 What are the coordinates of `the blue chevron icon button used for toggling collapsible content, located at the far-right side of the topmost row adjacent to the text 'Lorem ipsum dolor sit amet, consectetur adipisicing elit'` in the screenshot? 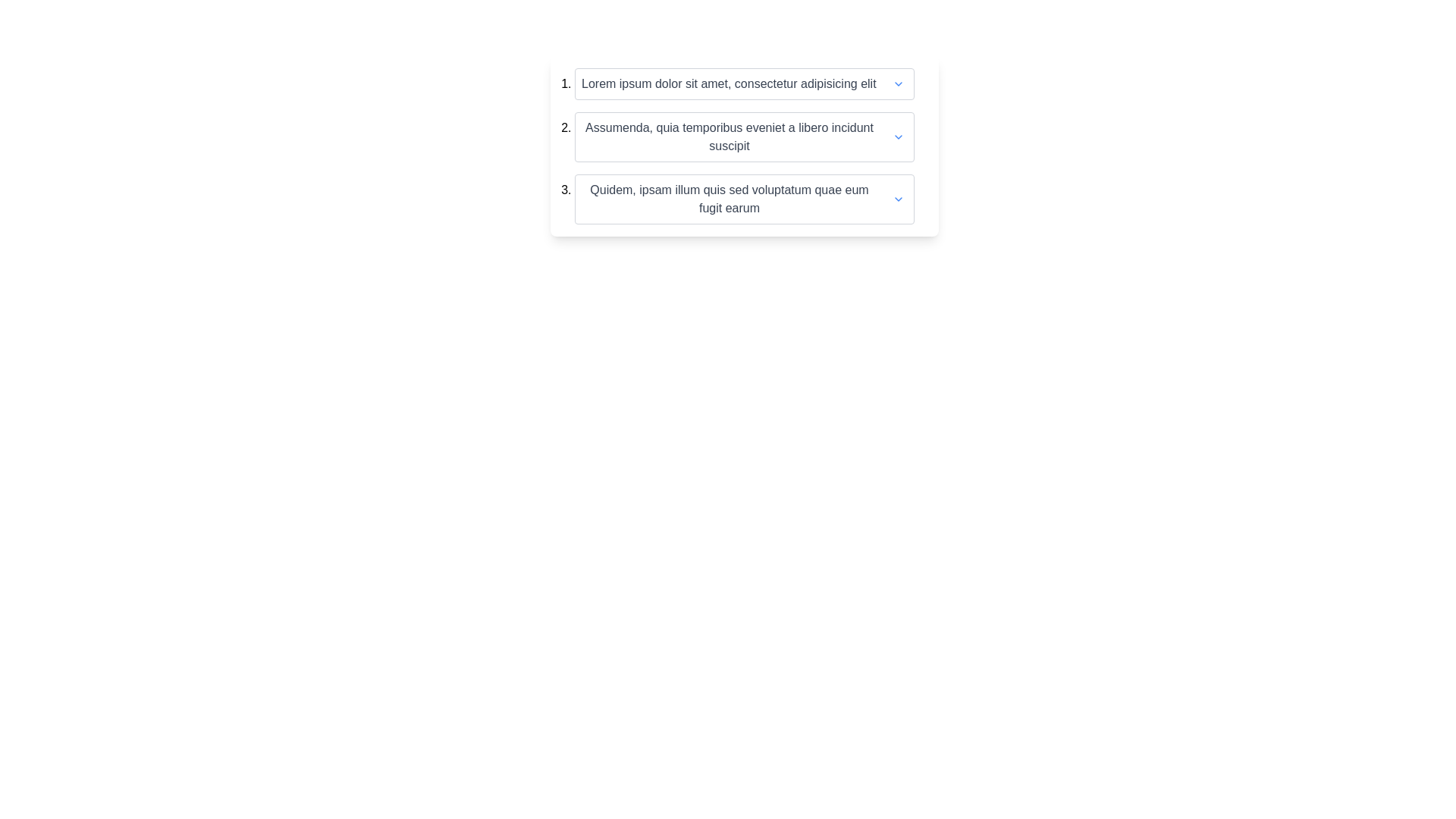 It's located at (899, 84).